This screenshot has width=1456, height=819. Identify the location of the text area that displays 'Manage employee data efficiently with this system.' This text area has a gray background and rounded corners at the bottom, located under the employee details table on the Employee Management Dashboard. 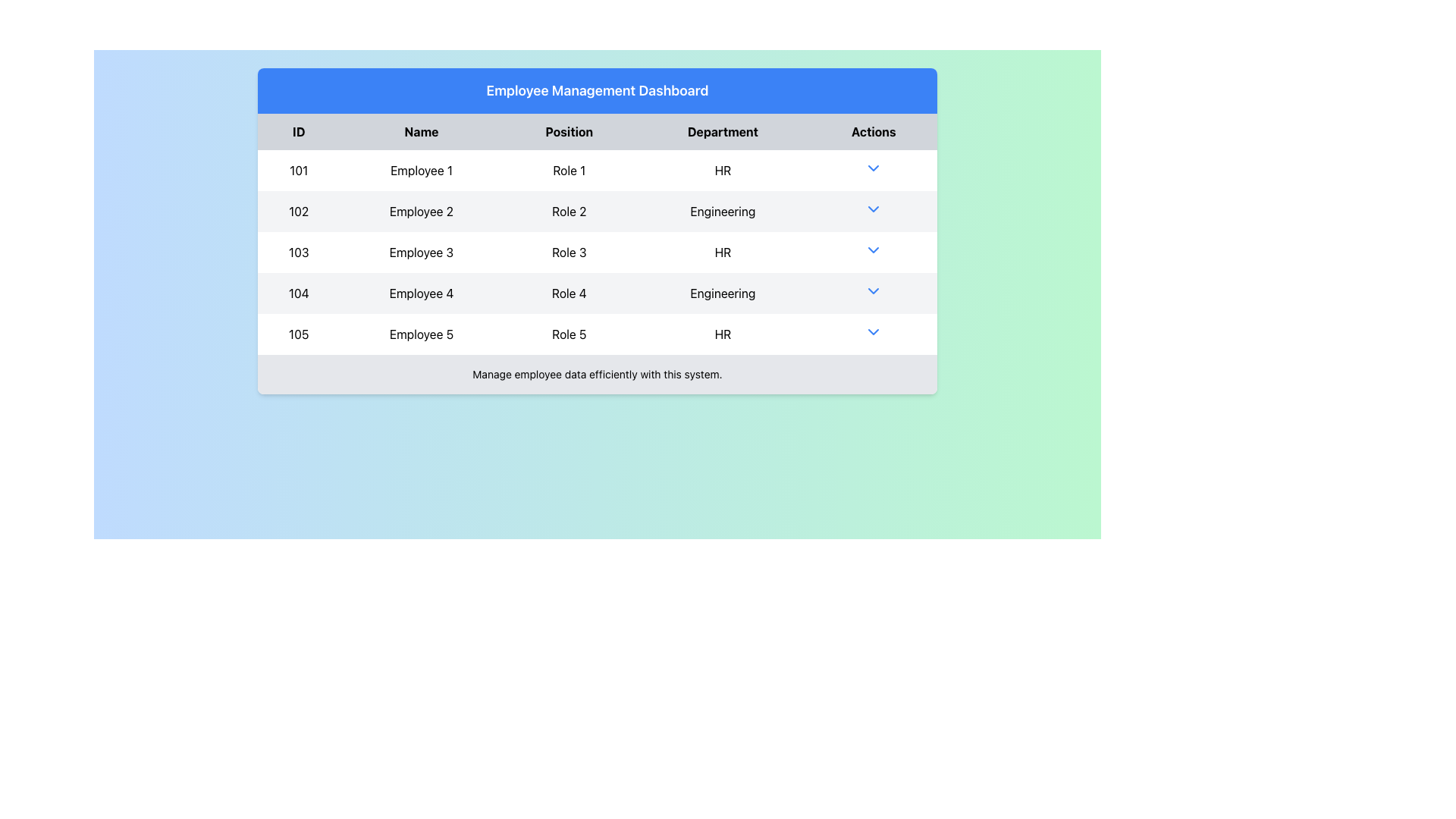
(596, 374).